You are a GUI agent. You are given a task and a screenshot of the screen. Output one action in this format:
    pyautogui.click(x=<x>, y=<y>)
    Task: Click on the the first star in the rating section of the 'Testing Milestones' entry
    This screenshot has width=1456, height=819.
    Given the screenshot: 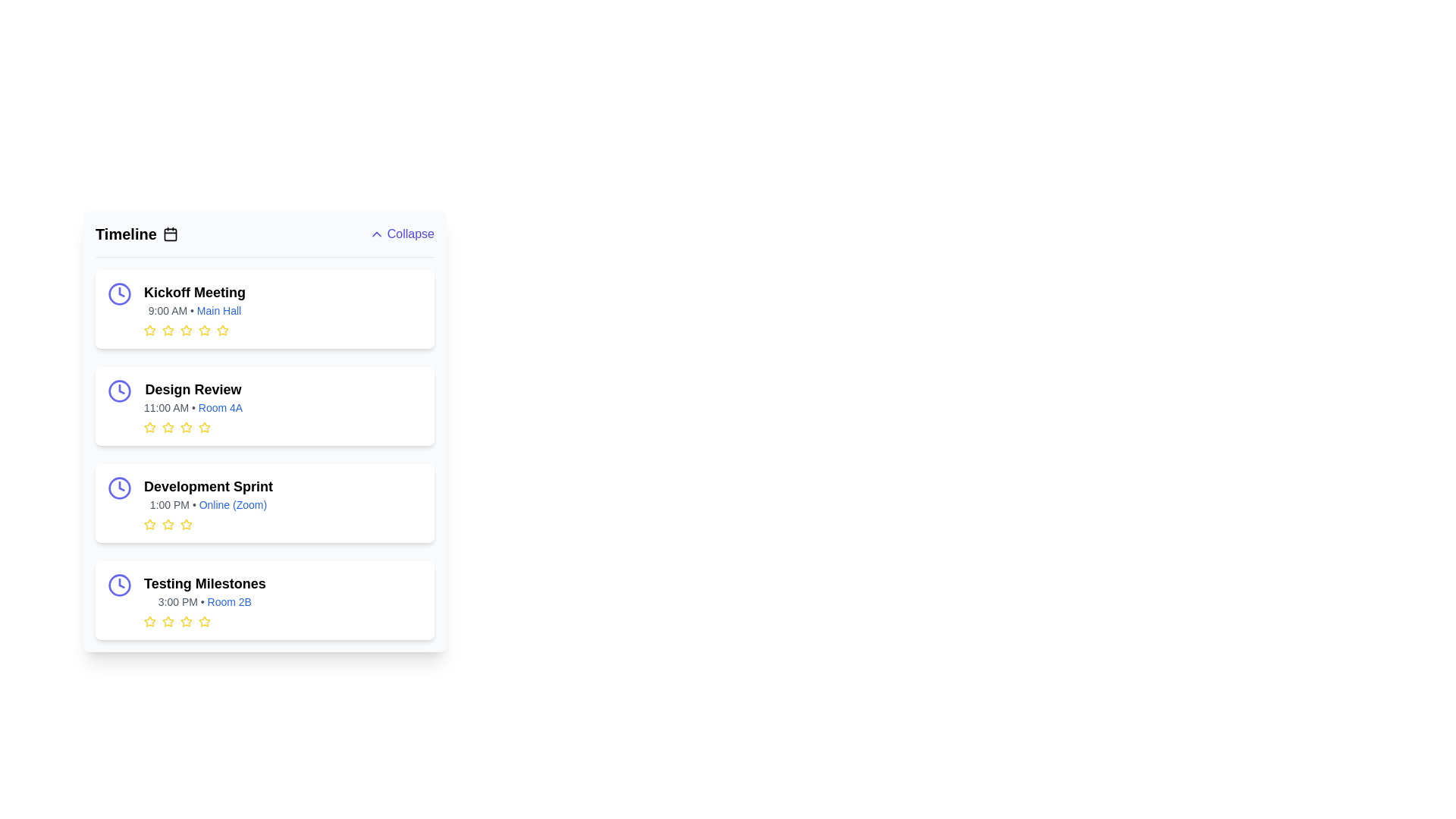 What is the action you would take?
    pyautogui.click(x=149, y=621)
    